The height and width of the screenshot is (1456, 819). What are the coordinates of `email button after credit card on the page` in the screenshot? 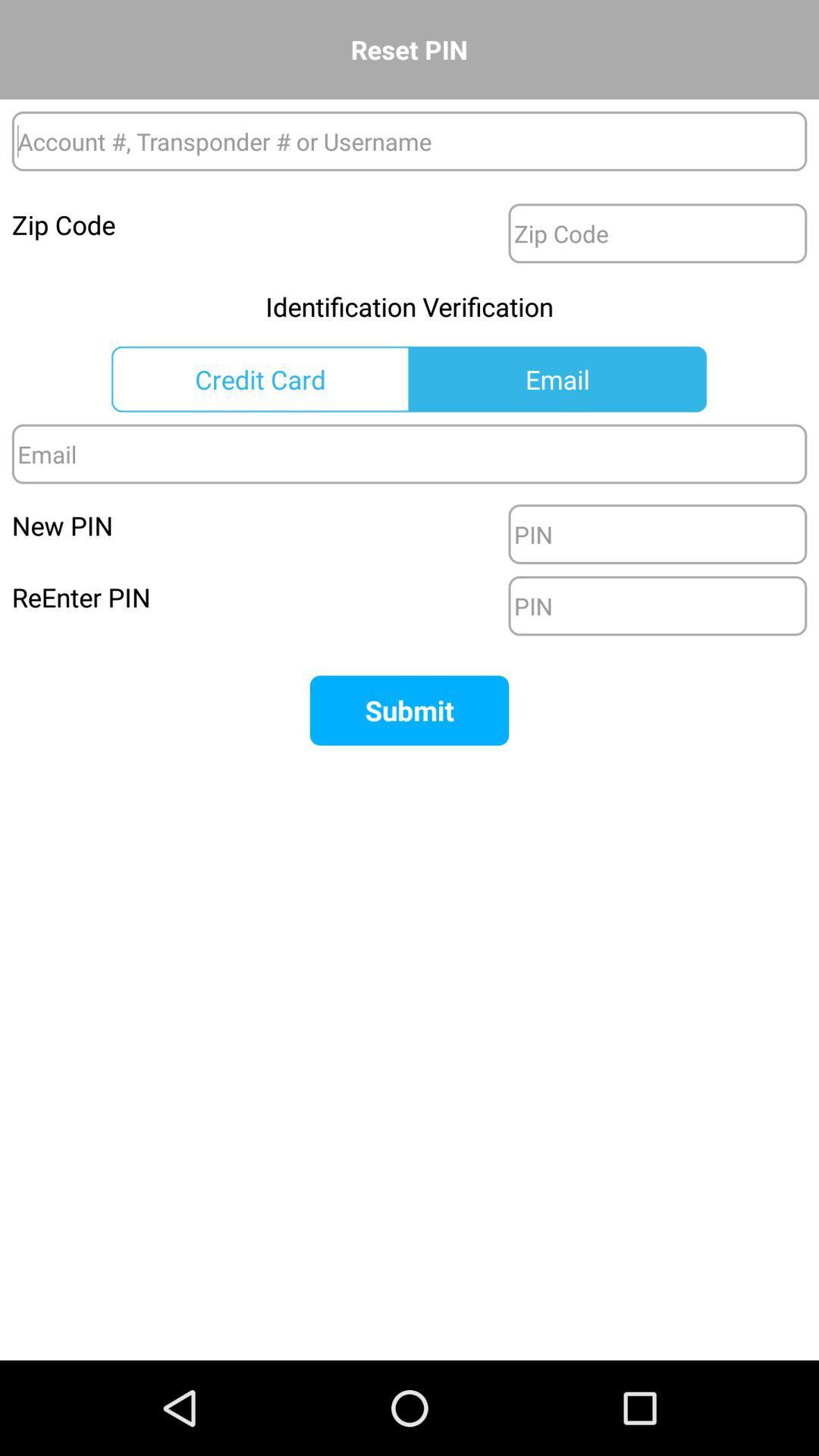 It's located at (557, 379).